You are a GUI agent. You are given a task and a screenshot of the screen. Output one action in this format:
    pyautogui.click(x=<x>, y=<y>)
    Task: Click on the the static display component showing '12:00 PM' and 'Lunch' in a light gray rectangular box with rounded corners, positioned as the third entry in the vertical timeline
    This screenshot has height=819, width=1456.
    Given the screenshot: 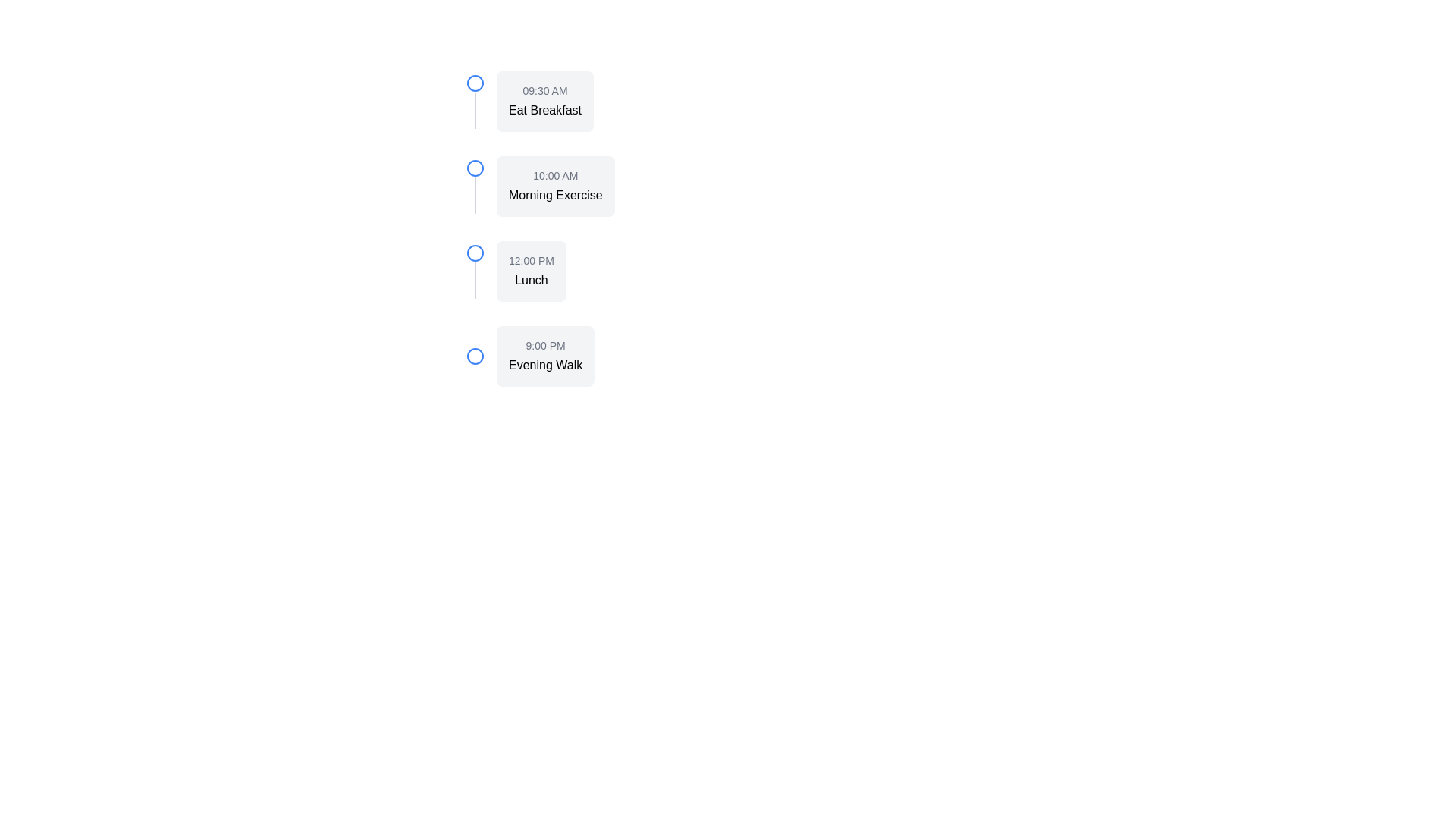 What is the action you would take?
    pyautogui.click(x=531, y=271)
    